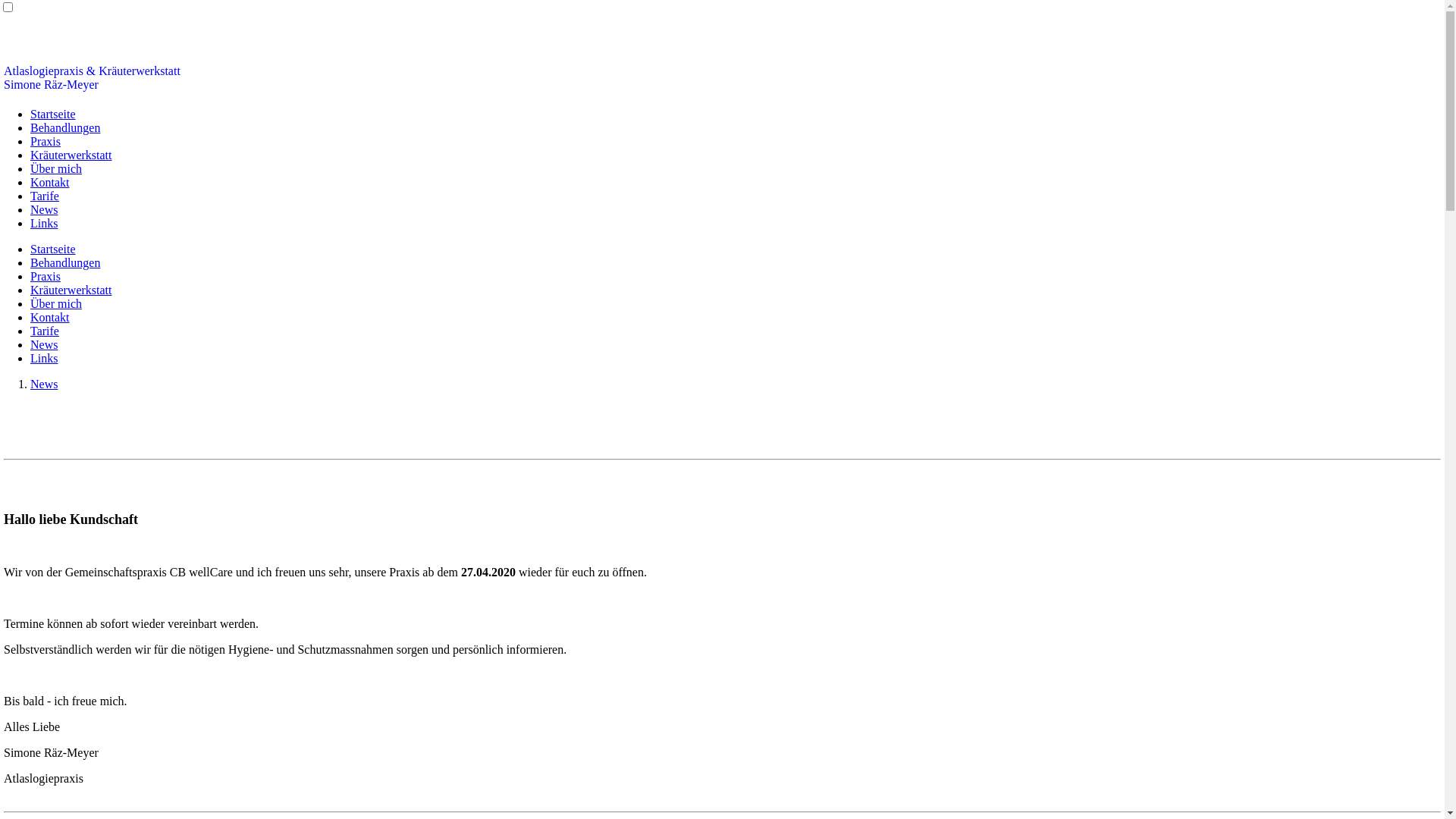  What do you see at coordinates (30, 195) in the screenshot?
I see `'Tarife'` at bounding box center [30, 195].